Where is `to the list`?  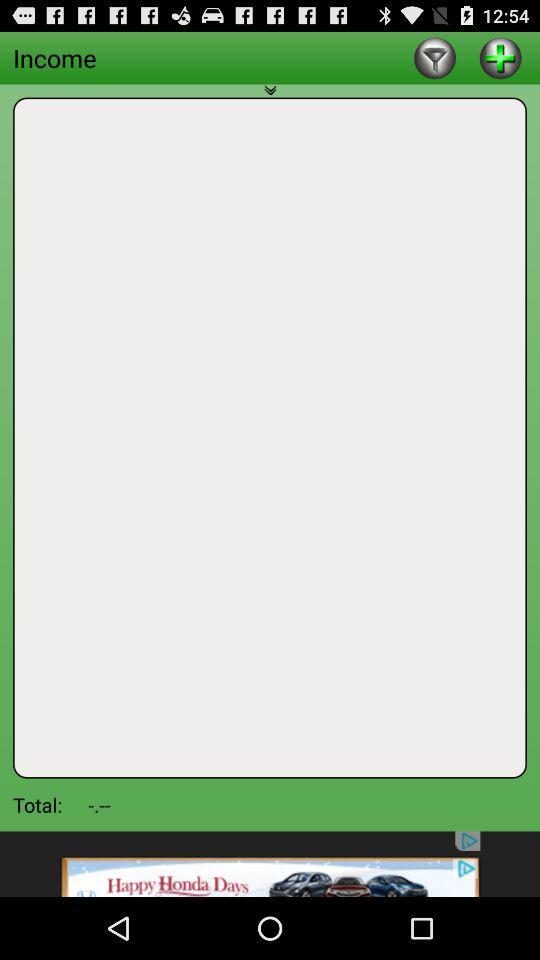 to the list is located at coordinates (499, 56).